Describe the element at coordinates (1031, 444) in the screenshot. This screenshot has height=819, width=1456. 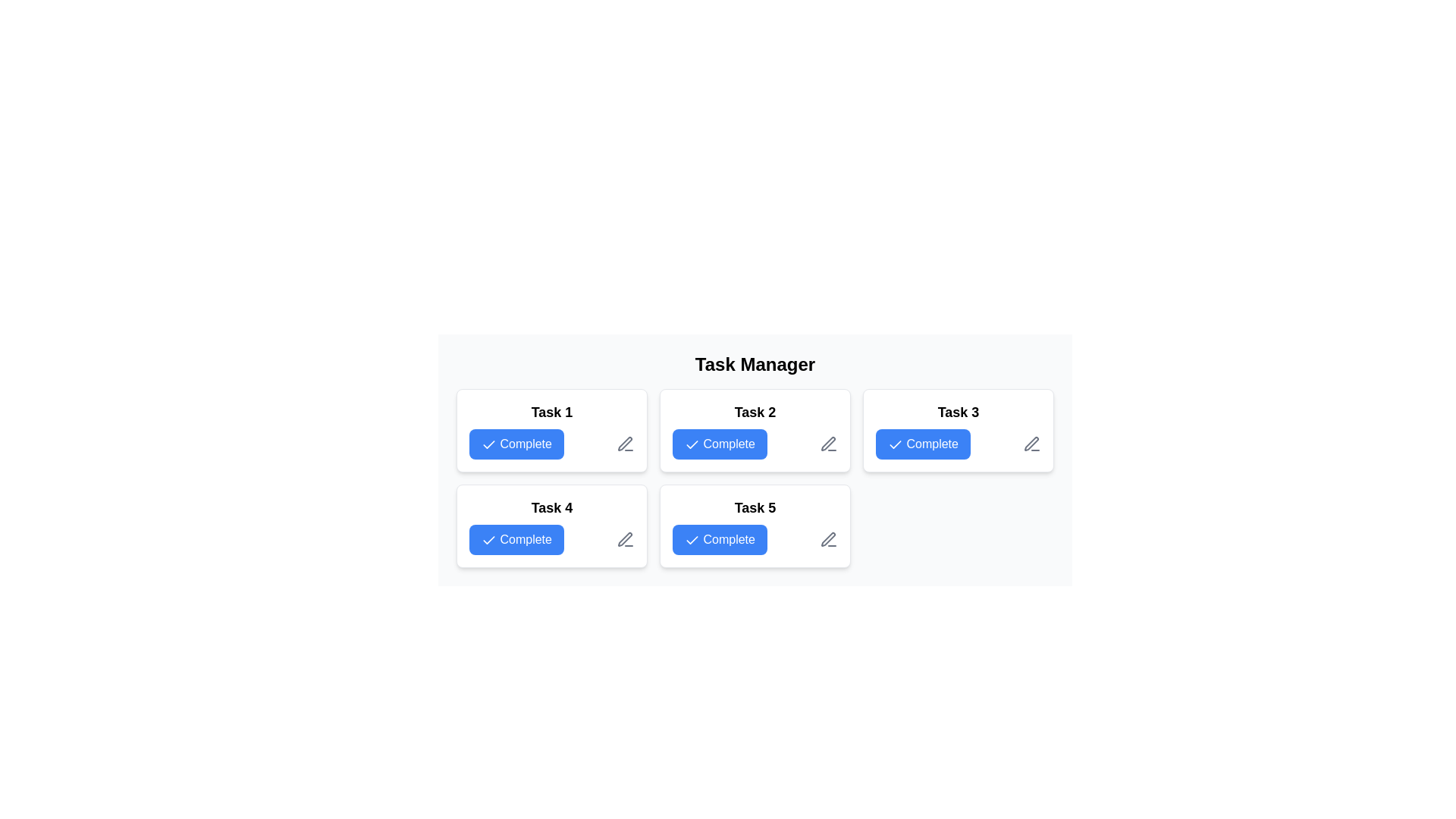
I see `the pen-shaped icon located at the bottom-right corner of the 'Task 3' card` at that location.